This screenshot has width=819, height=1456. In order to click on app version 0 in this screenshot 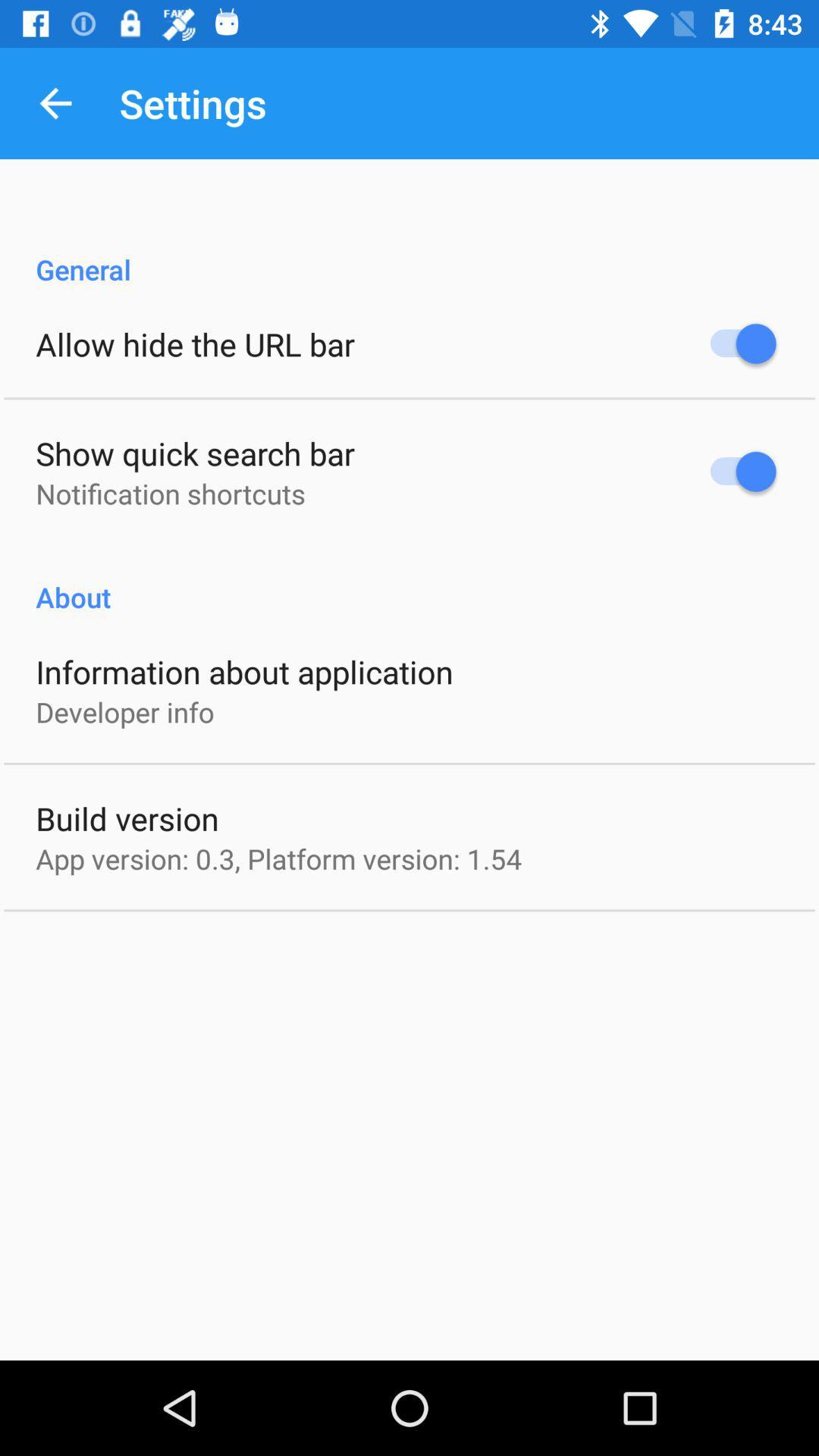, I will do `click(278, 858)`.